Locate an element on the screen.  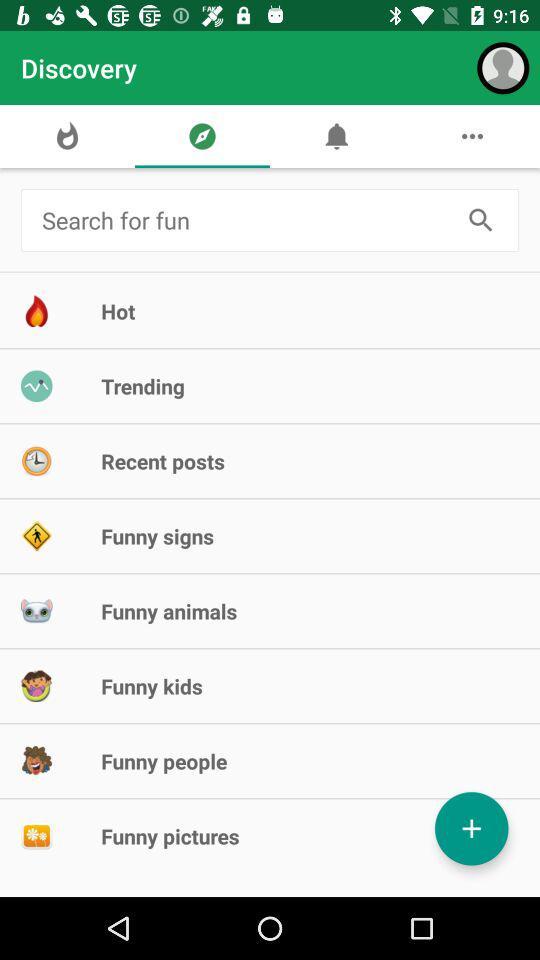
the add icon is located at coordinates (471, 828).